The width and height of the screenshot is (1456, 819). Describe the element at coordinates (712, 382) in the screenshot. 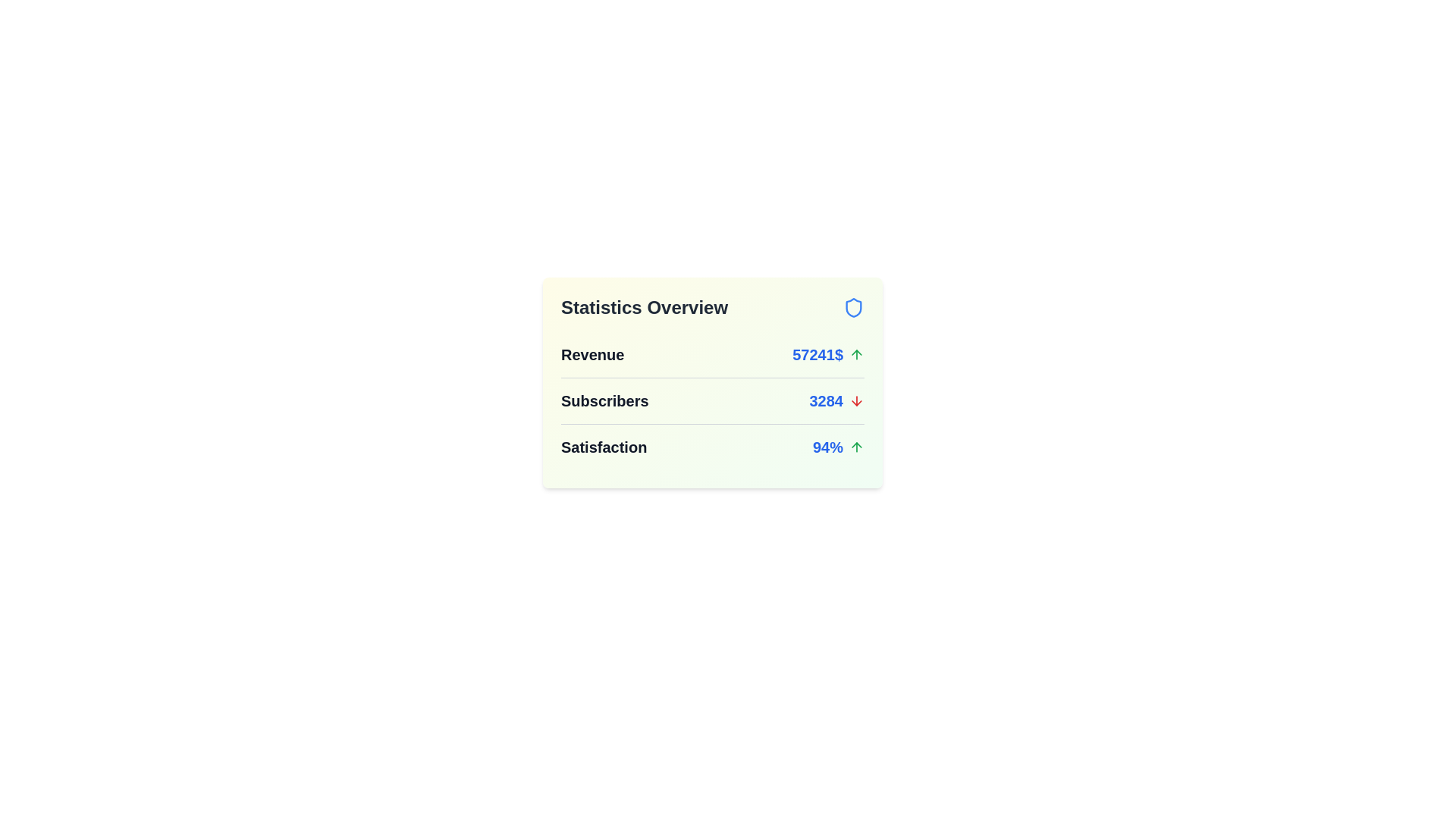

I see `the DataStatisticsList component to enable keyboard navigation` at that location.